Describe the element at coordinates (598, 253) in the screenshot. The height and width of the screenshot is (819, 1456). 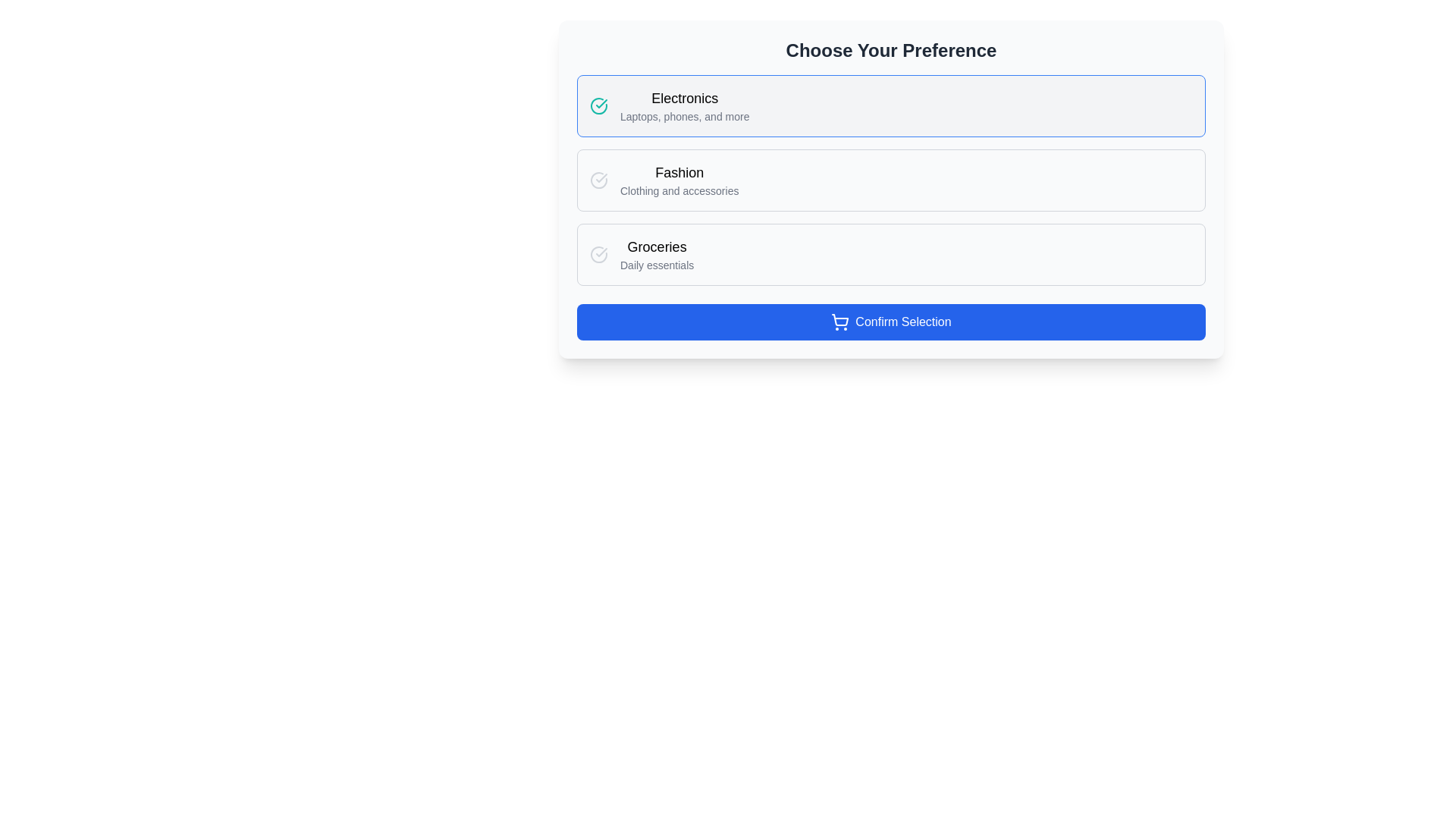
I see `the status indicator icon for the 'Groceries' section in the preference selection menu, located near the left-hand side of the row beside the text labels` at that location.